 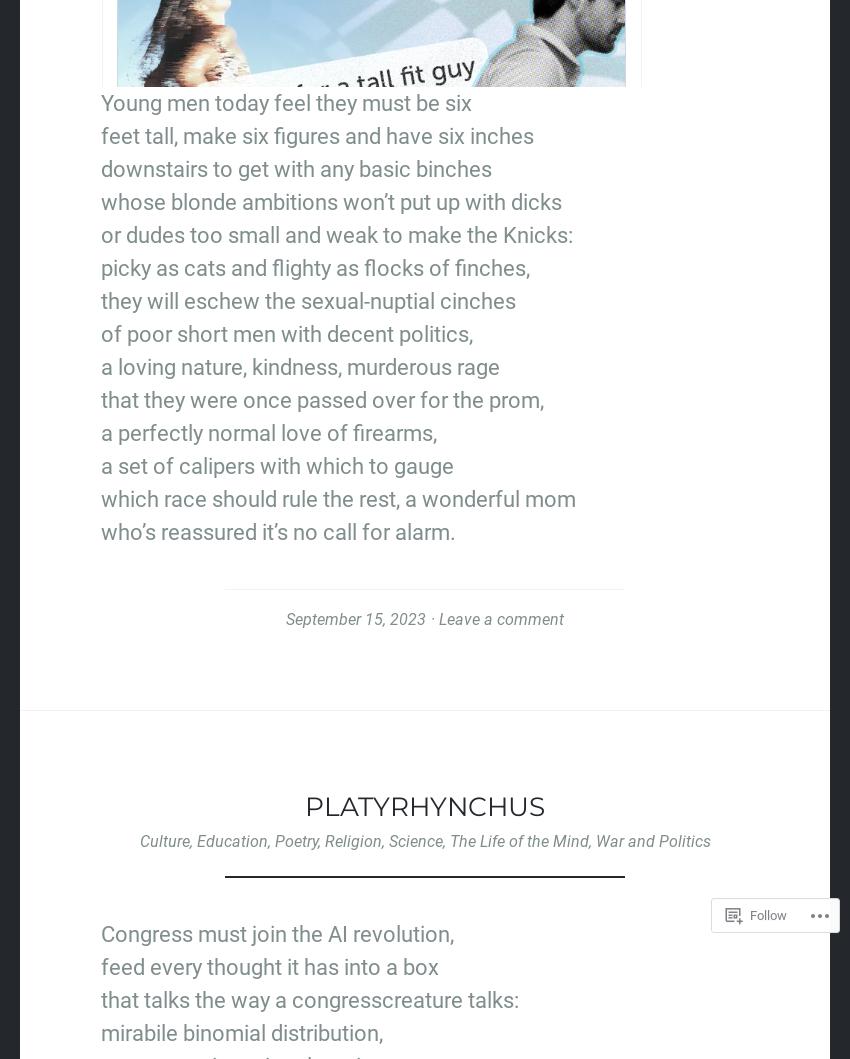 I want to click on 'that talks the way a congresscreature talks:', so click(x=309, y=999).